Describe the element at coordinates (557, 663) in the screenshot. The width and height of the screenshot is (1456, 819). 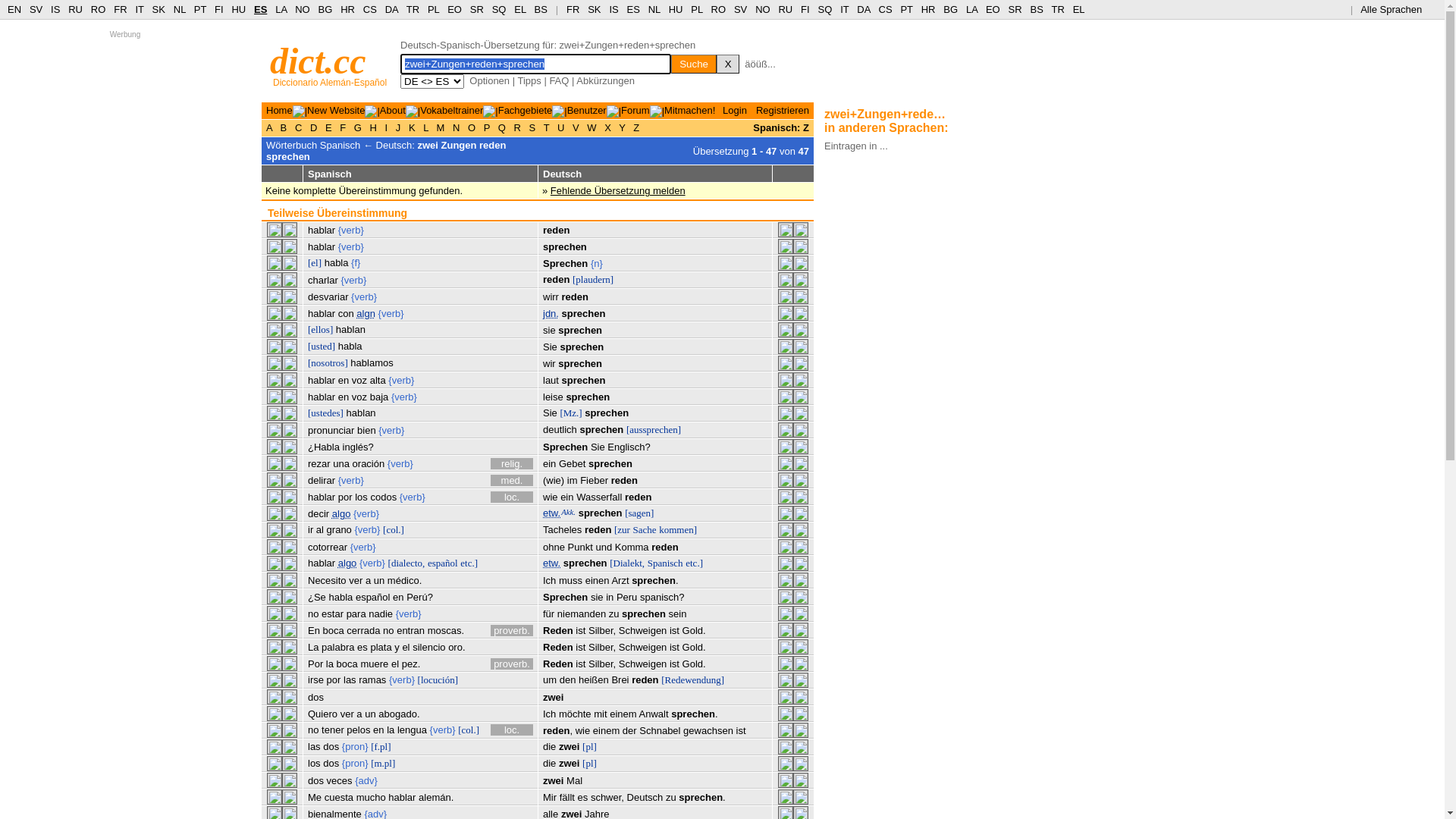
I see `'Reden'` at that location.